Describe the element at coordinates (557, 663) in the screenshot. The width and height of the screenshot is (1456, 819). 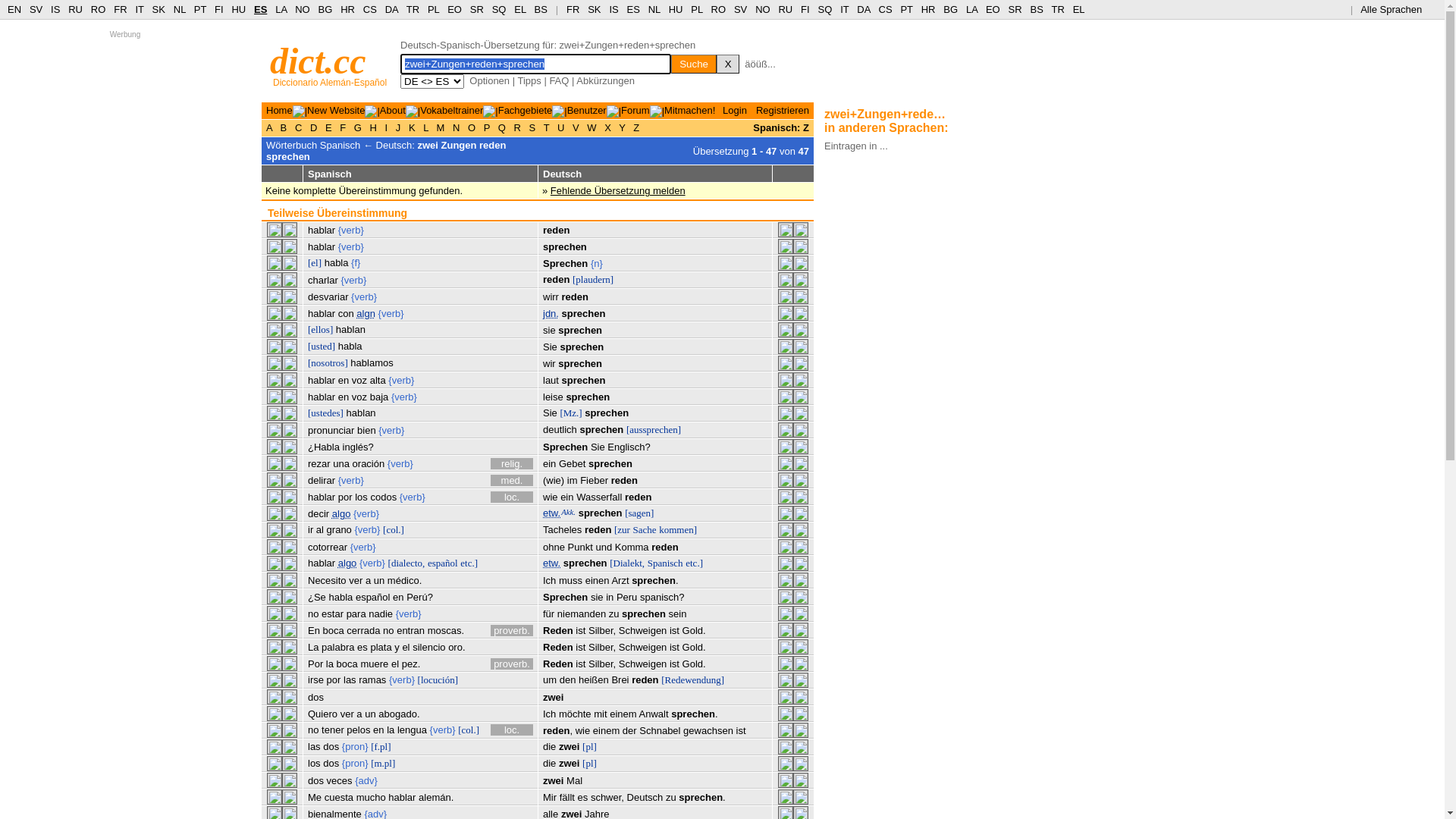
I see `'Reden'` at that location.